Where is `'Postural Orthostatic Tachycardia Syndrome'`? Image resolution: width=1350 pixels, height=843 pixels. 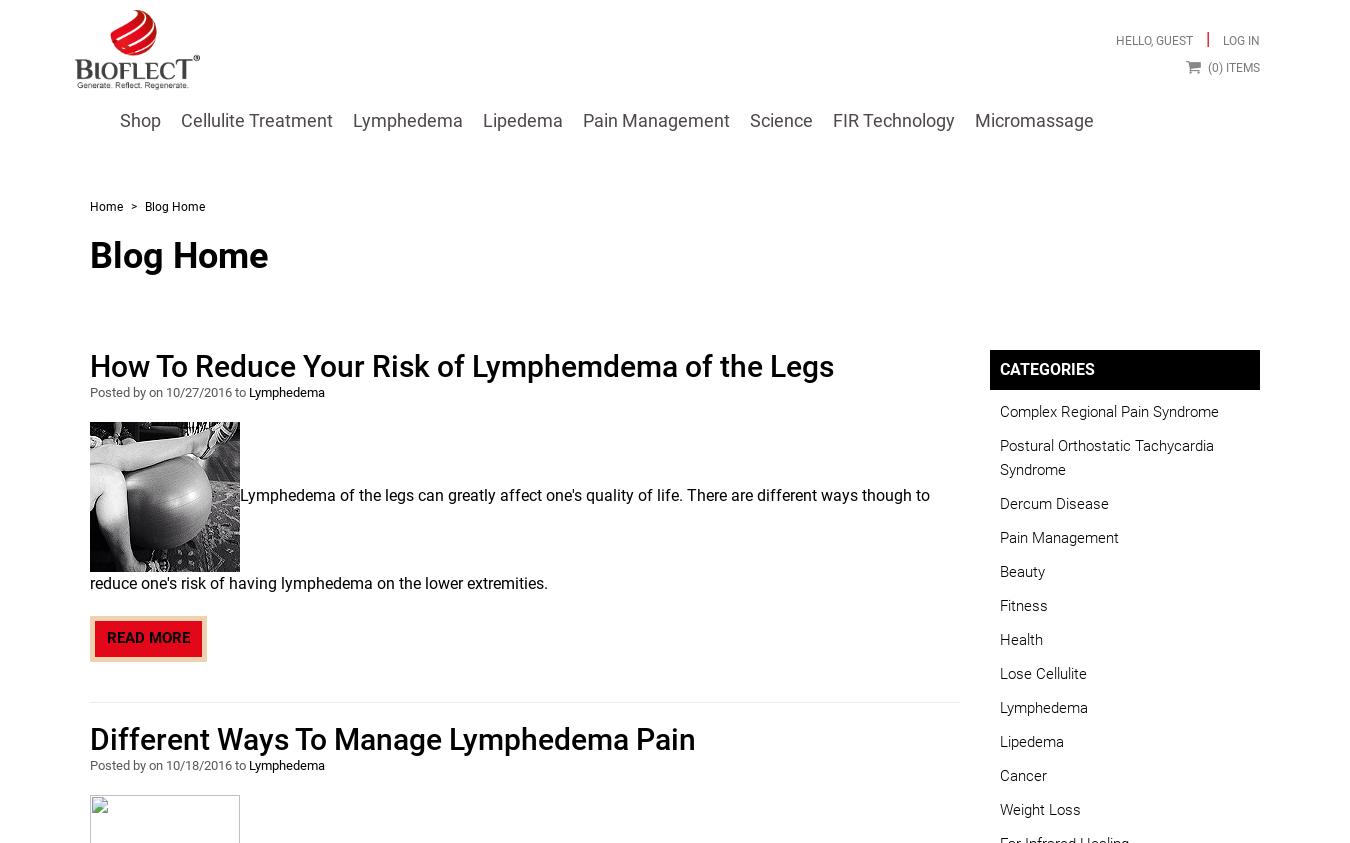 'Postural Orthostatic Tachycardia Syndrome' is located at coordinates (1107, 456).